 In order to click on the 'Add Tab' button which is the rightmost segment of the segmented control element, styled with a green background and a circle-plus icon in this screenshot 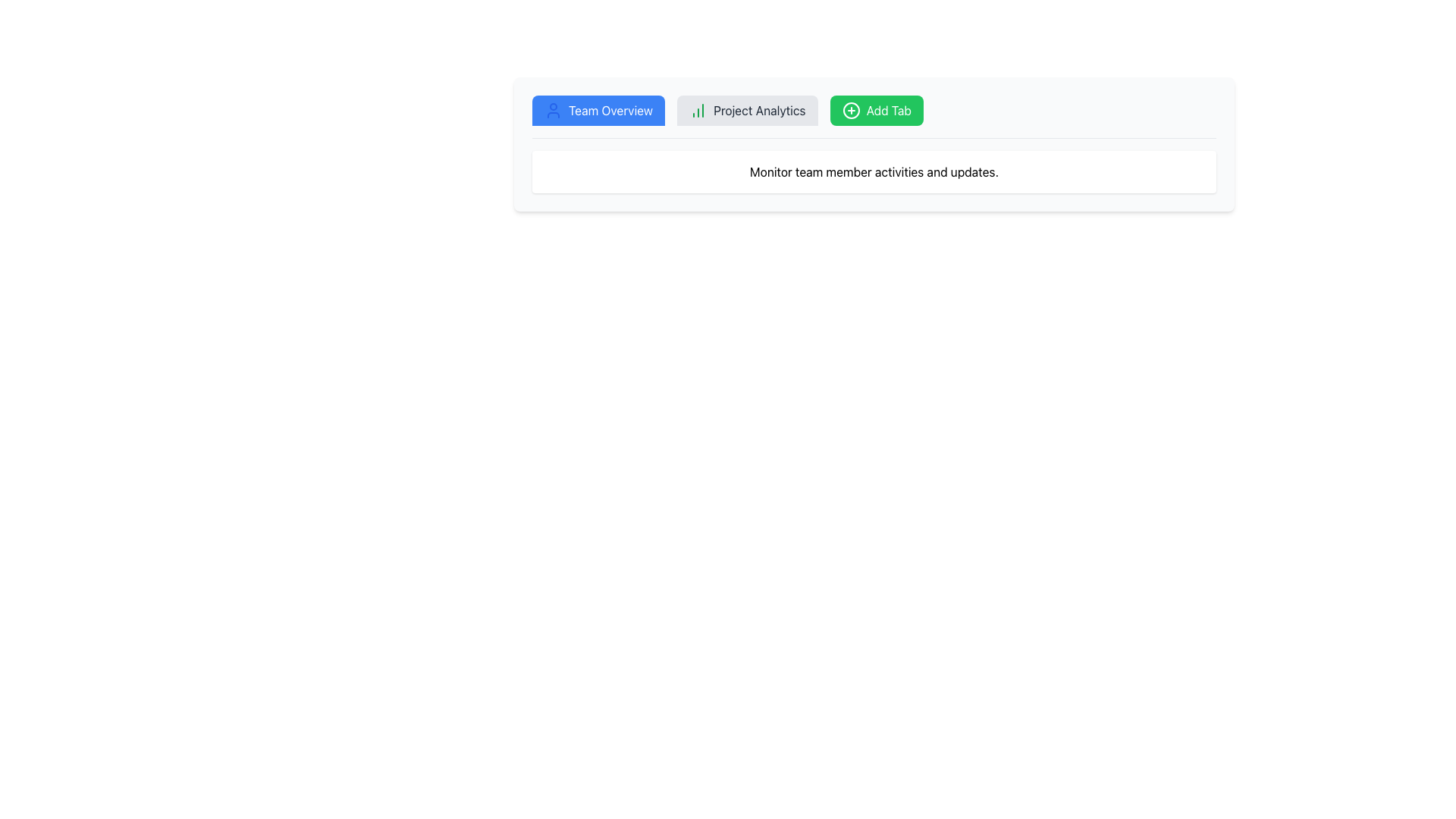, I will do `click(874, 116)`.